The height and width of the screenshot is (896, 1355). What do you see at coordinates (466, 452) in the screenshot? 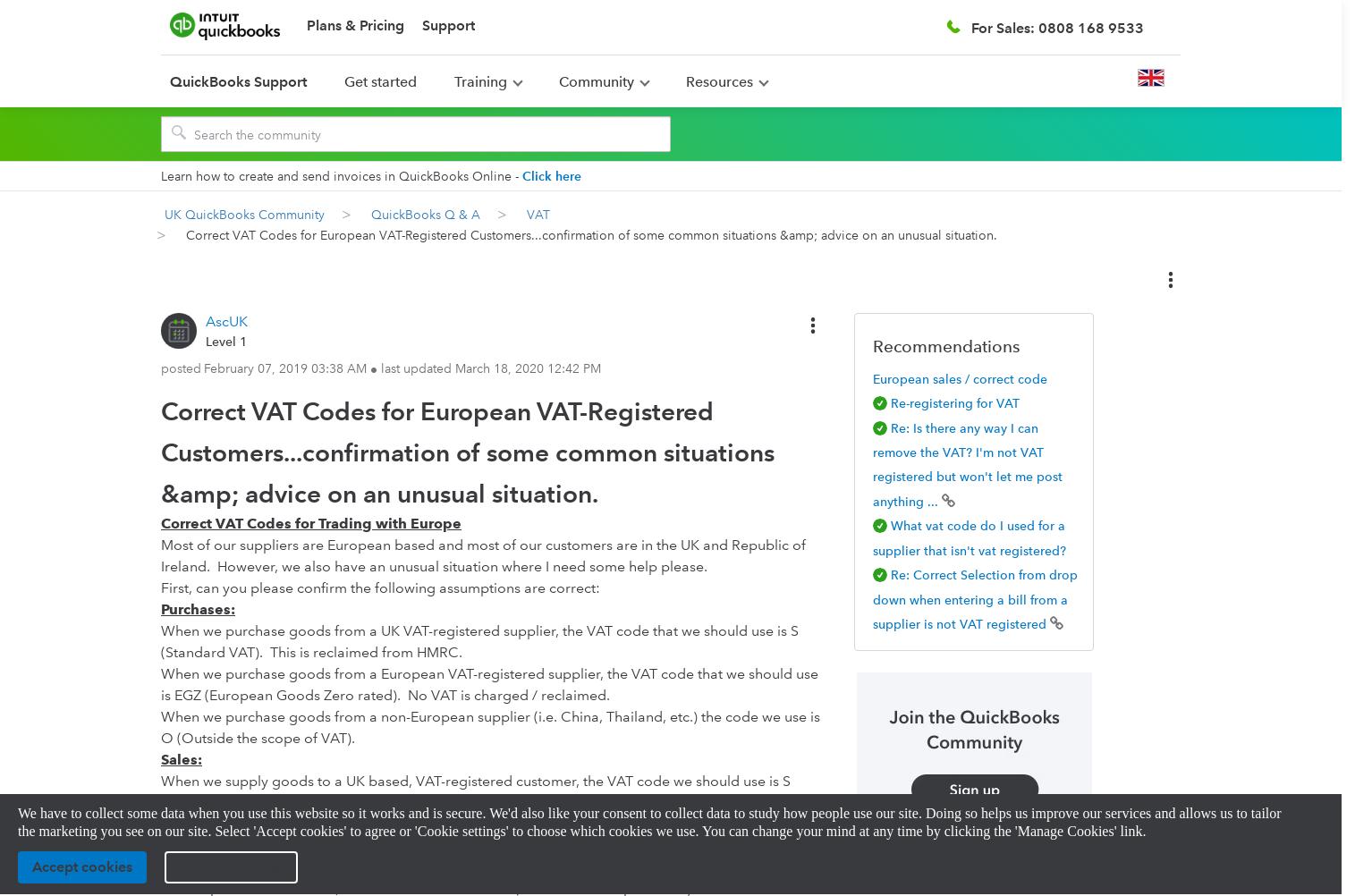
I see `'Correct VAT Codes for European VAT-Registered Customers...confirmation of some common situations &amp; advice on an unusual situation.'` at bounding box center [466, 452].